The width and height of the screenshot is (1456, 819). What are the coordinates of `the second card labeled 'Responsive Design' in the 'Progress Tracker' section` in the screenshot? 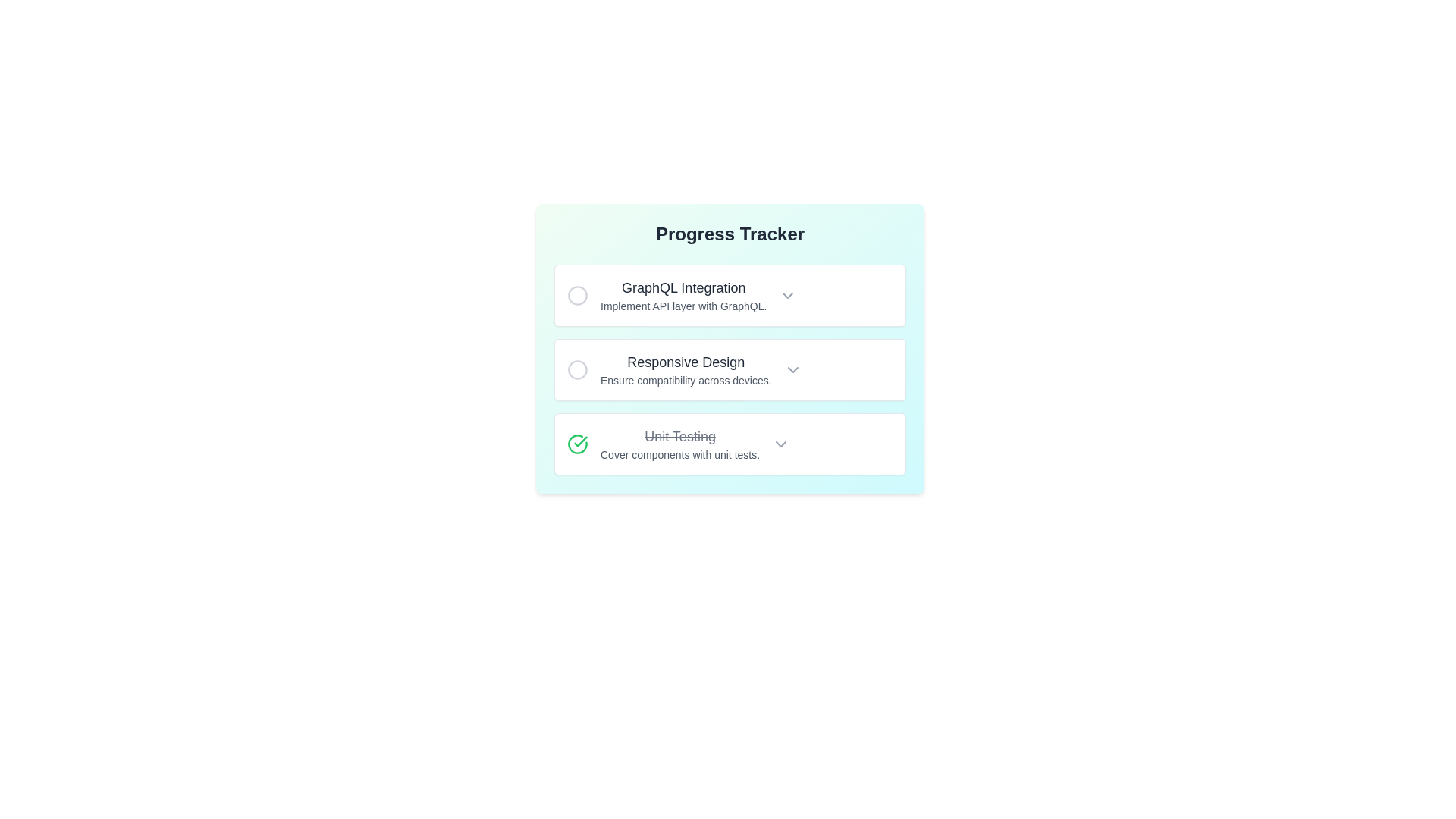 It's located at (730, 348).